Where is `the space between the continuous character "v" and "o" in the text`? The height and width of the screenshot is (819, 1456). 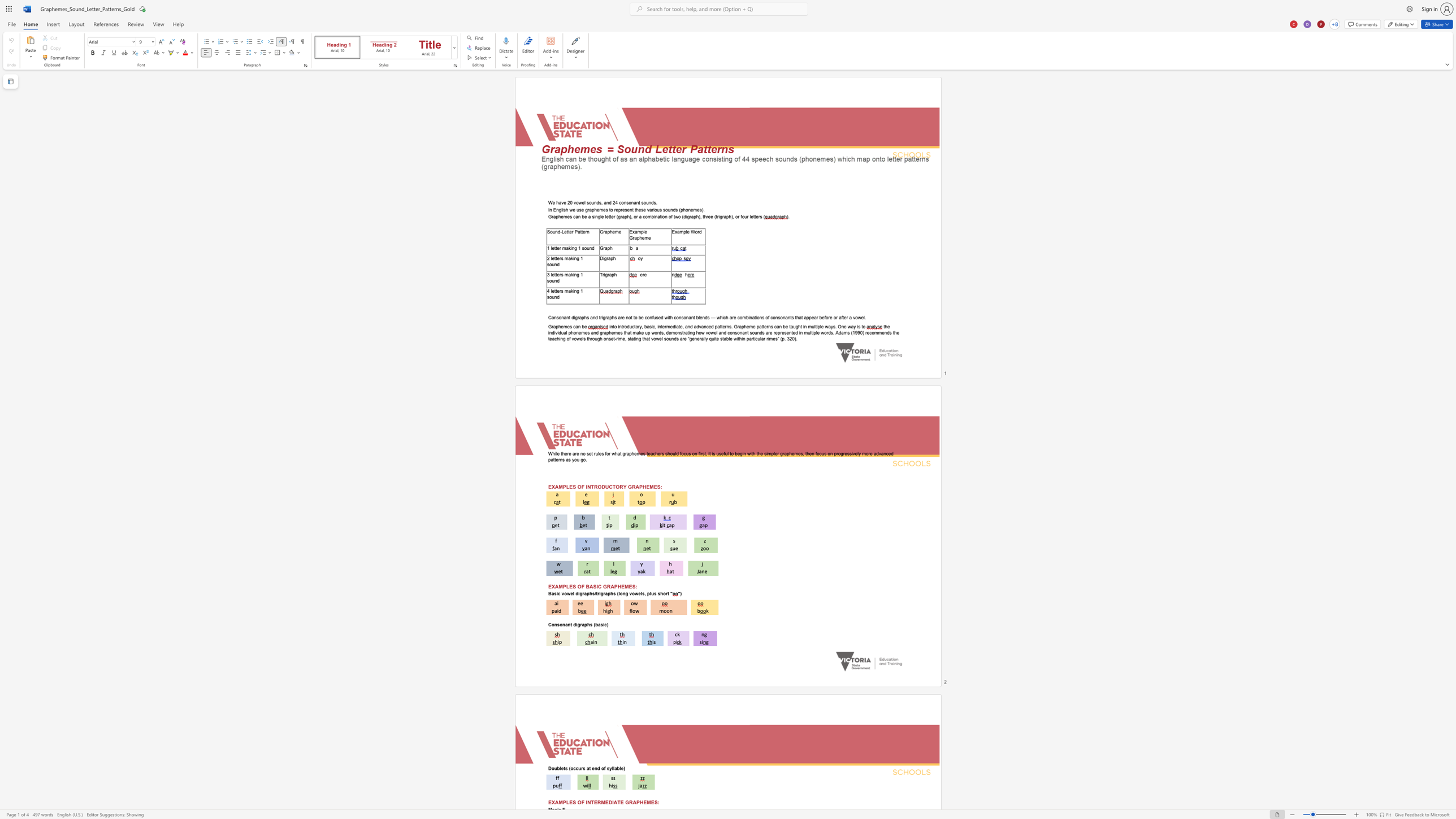
the space between the continuous character "v" and "o" in the text is located at coordinates (576, 202).